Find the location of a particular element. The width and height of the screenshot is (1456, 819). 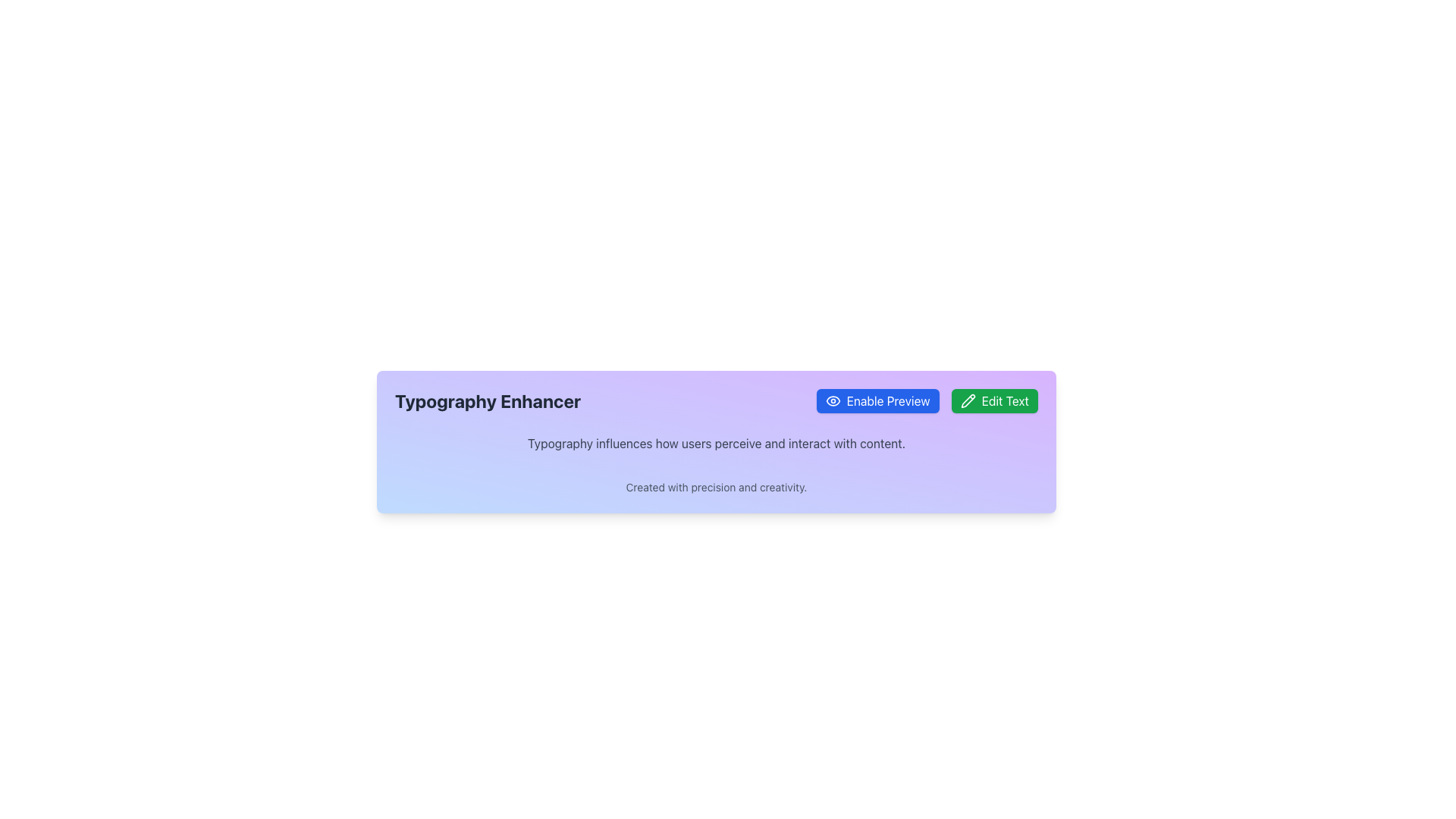

the pencil icon located is located at coordinates (967, 400).